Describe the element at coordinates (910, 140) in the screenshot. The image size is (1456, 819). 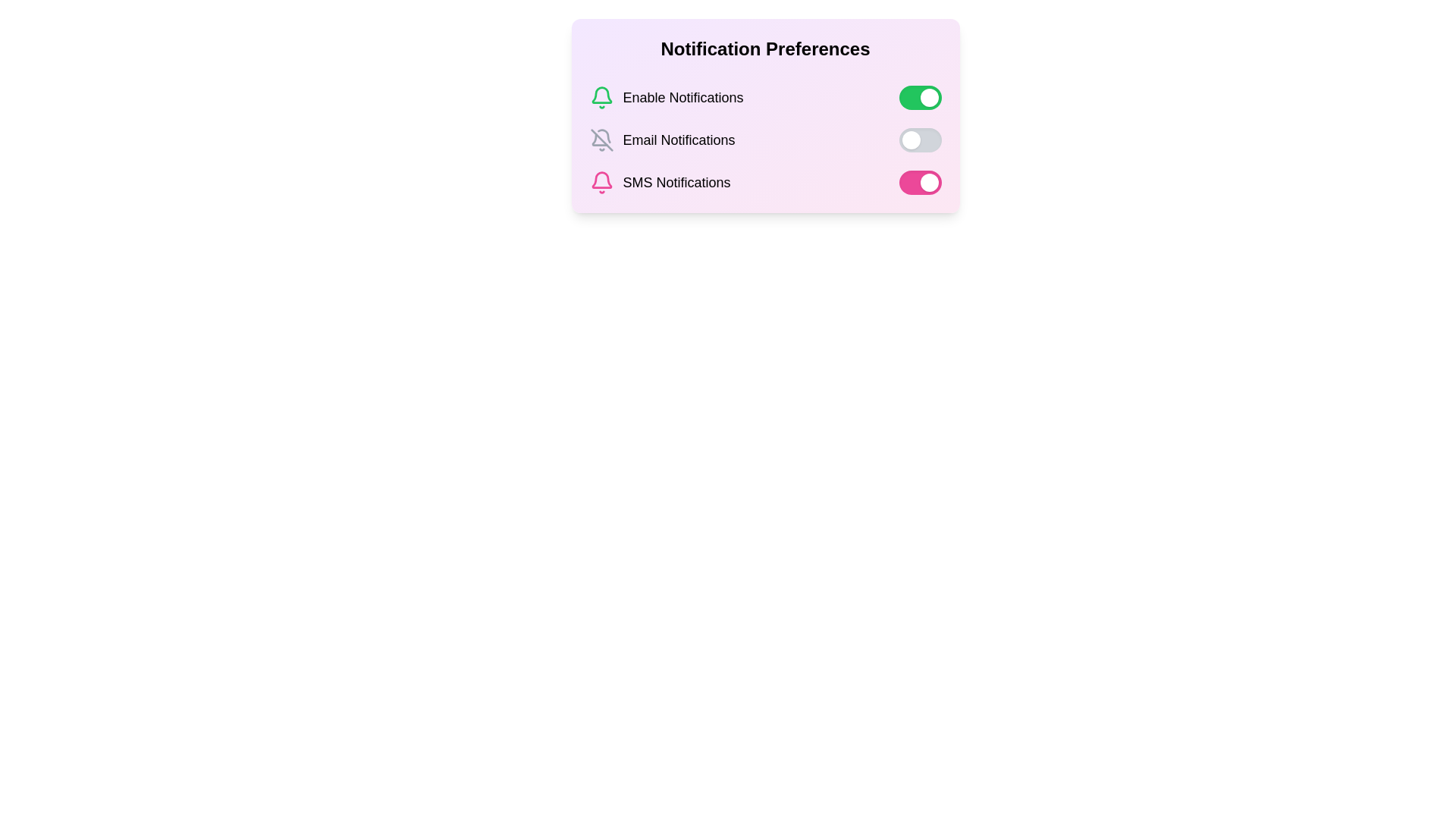
I see `the circular toggle indicator of the gray toggle switch for the 'Email Notifications' setting in the second row` at that location.